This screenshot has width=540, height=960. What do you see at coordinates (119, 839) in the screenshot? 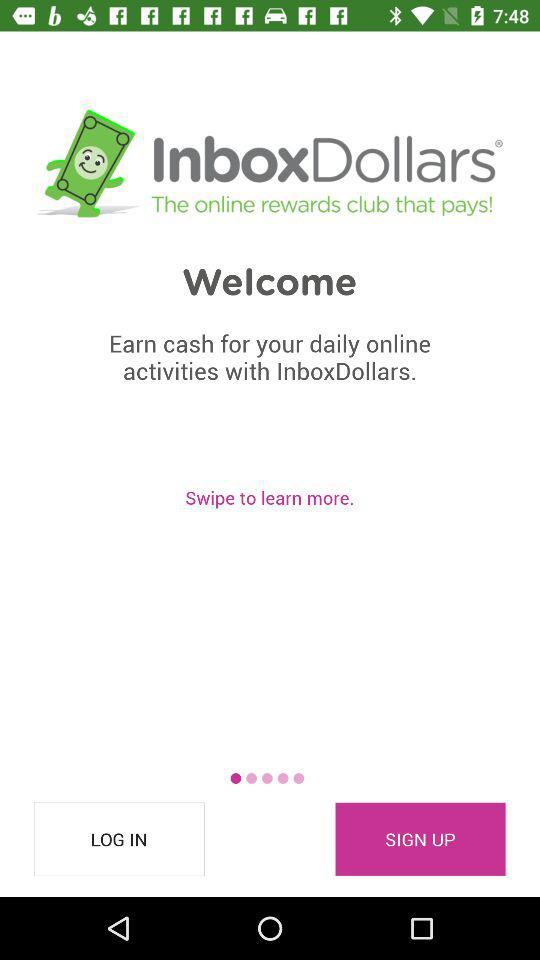
I see `the log in item` at bounding box center [119, 839].